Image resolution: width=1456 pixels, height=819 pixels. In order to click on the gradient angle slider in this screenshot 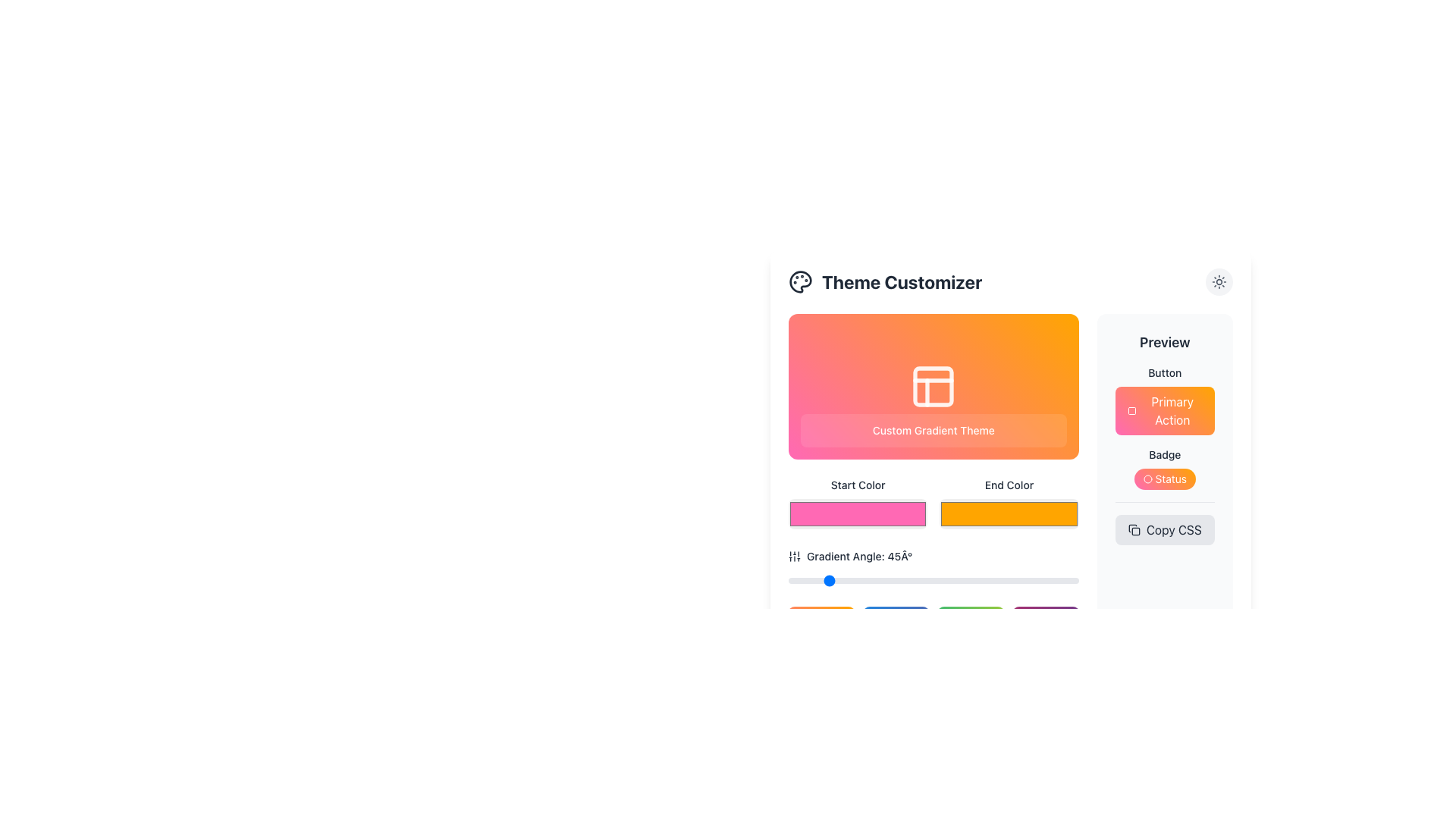, I will do `click(868, 580)`.